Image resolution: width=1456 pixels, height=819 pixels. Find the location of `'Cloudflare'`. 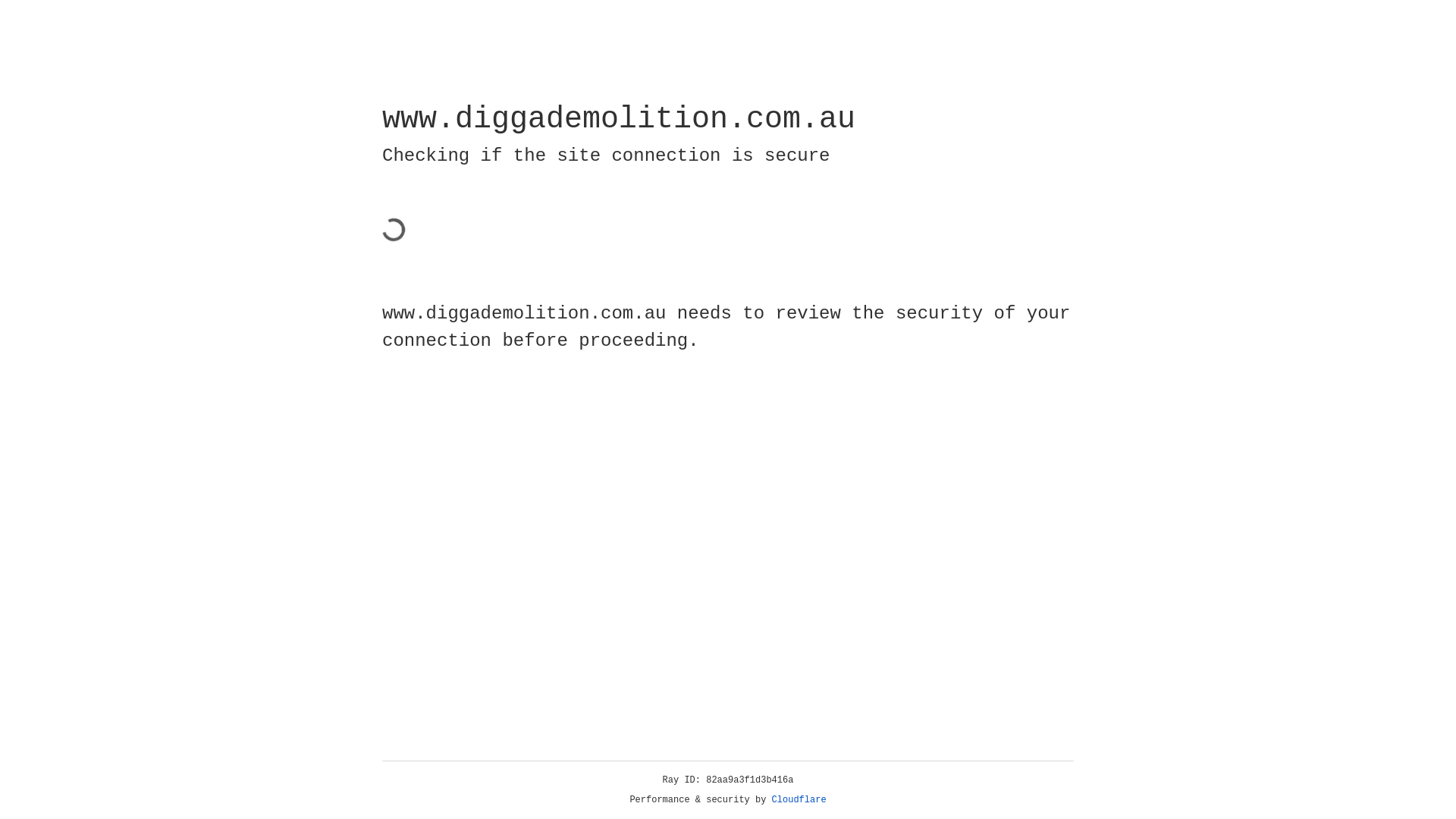

'Cloudflare' is located at coordinates (799, 799).